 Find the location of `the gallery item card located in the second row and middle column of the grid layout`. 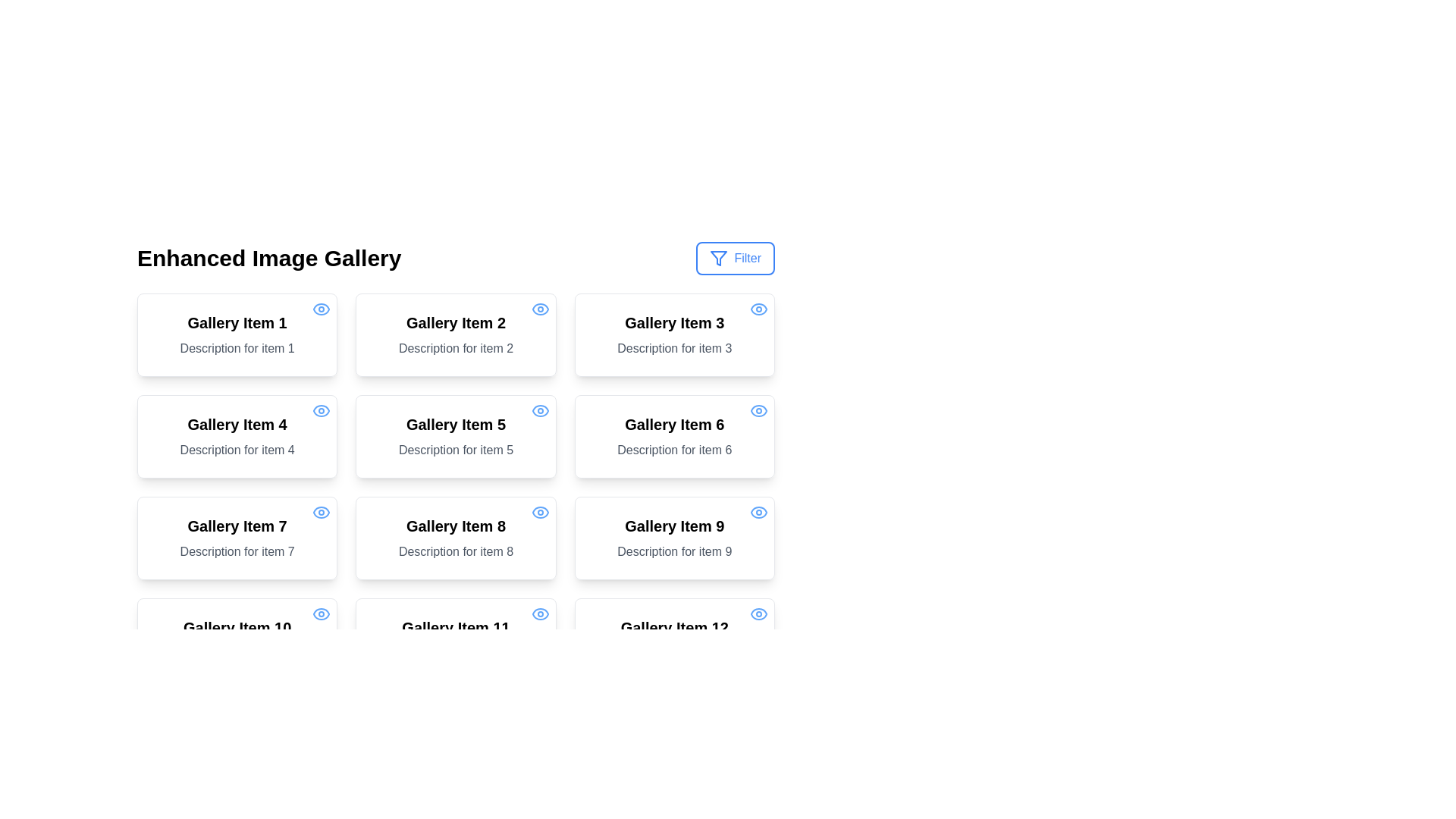

the gallery item card located in the second row and middle column of the grid layout is located at coordinates (455, 436).